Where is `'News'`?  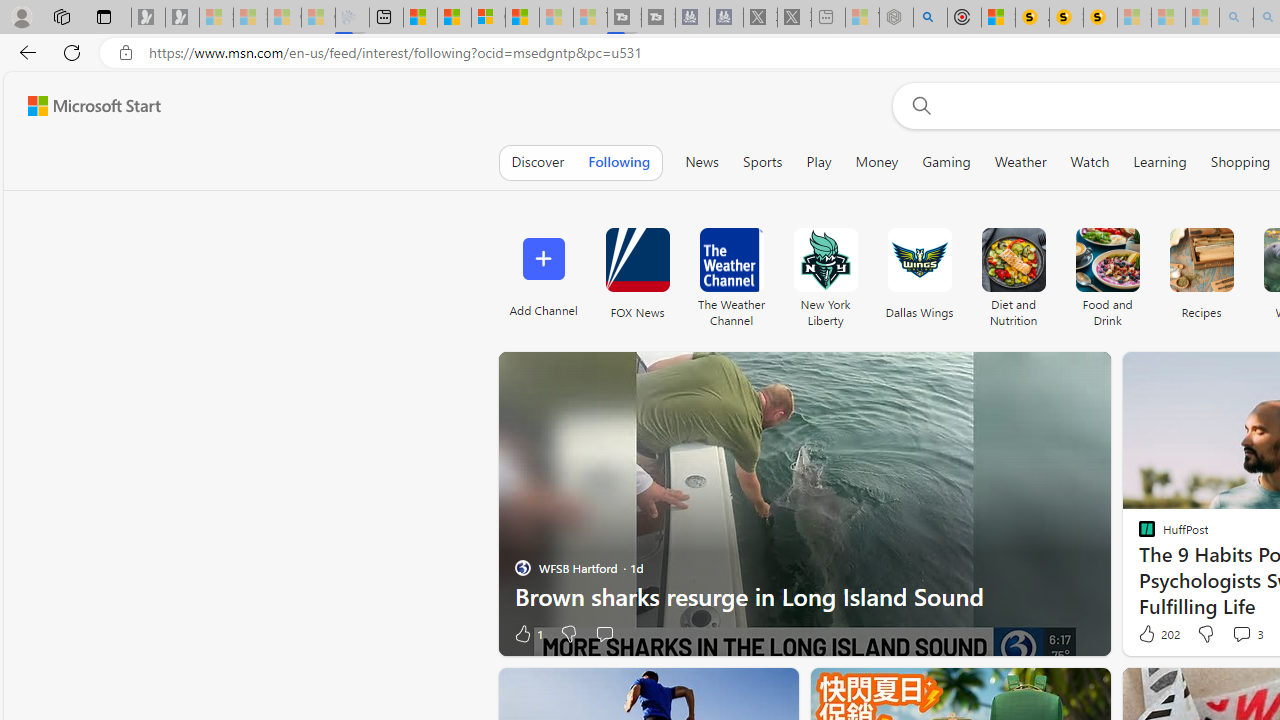
'News' is located at coordinates (702, 161).